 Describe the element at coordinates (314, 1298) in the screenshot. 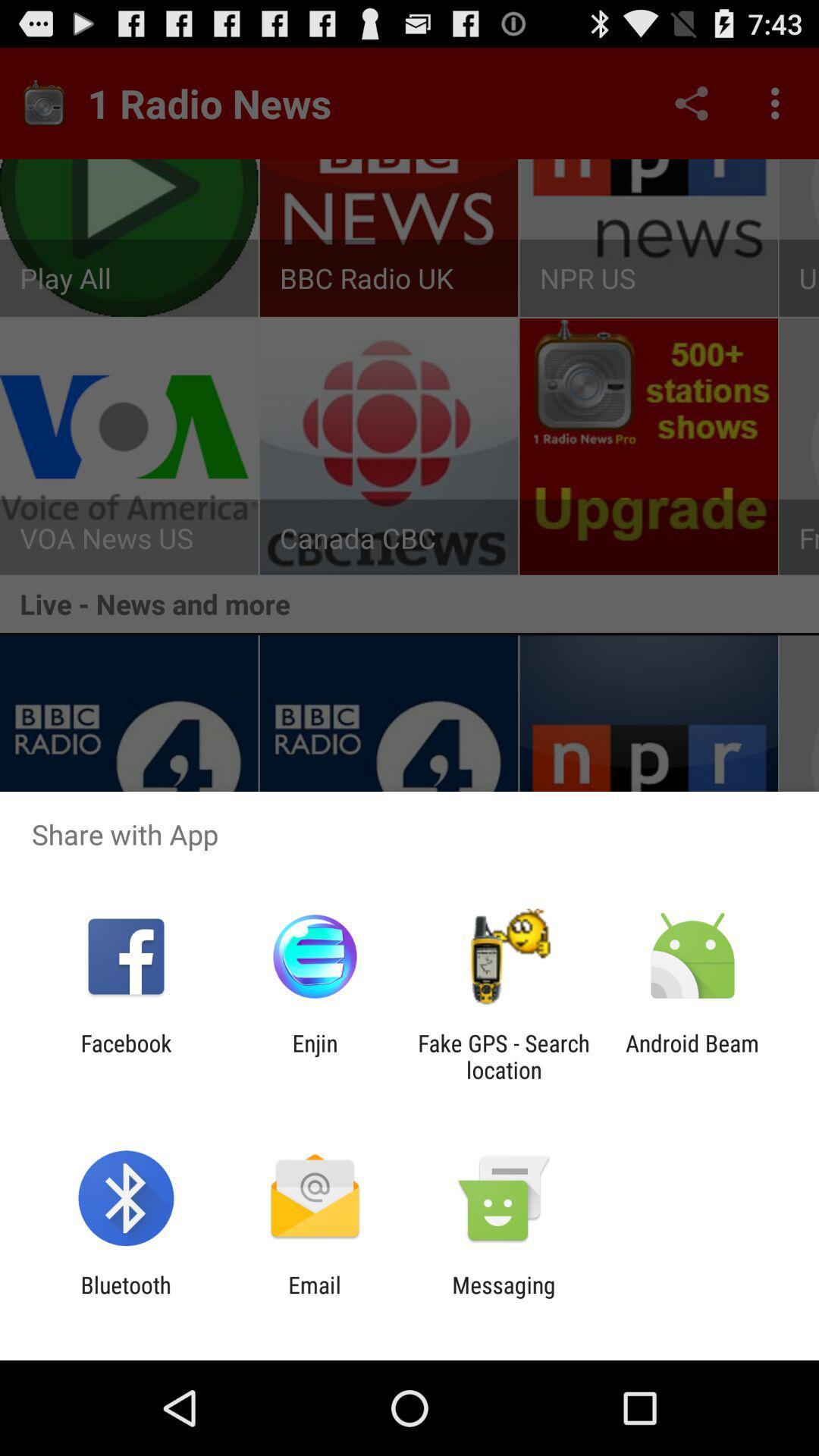

I see `icon next to messaging item` at that location.